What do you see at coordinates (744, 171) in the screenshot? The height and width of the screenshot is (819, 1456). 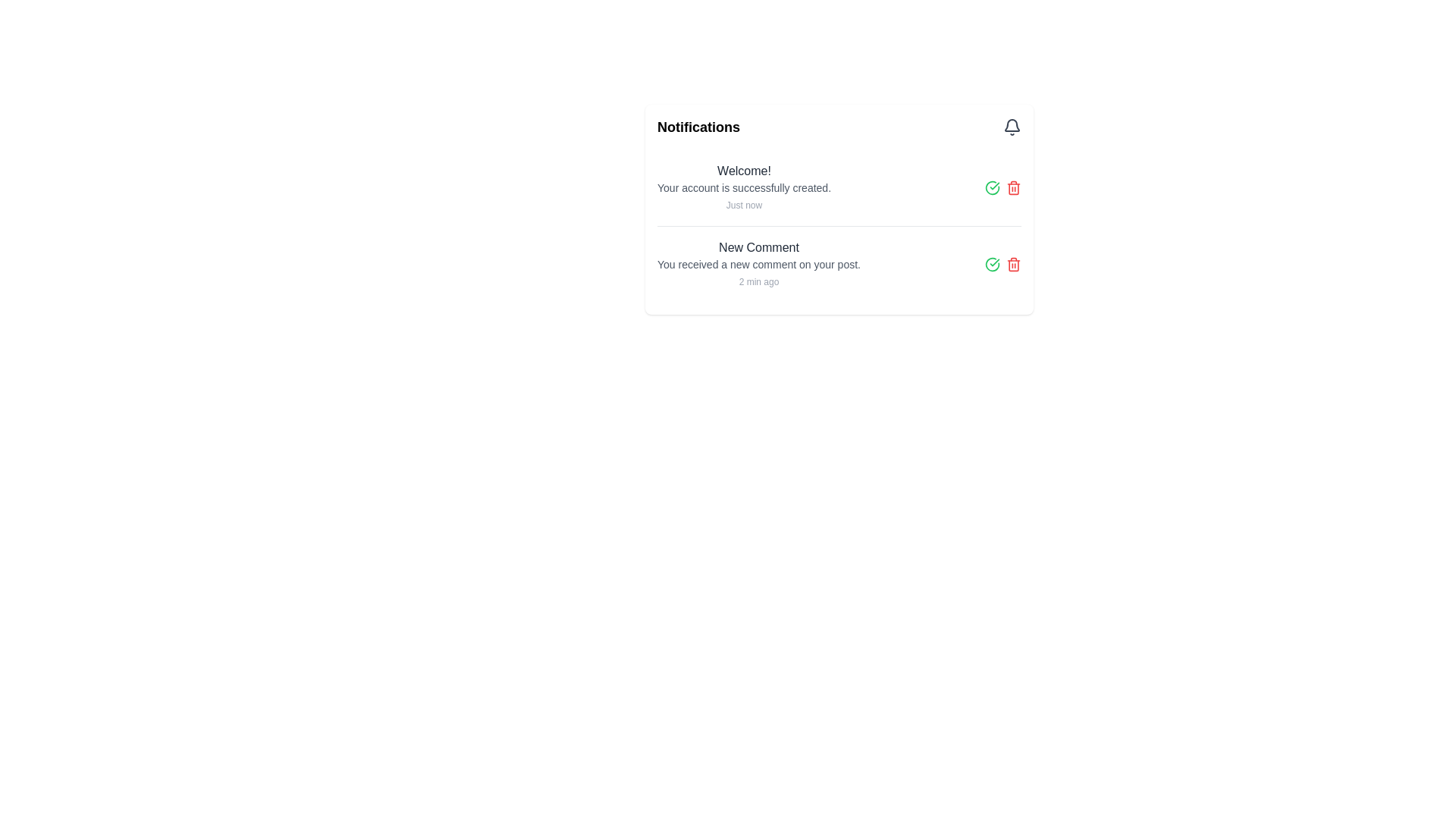 I see `the text element saying 'Welcome!' which is styled with a medium-weight, gray font and serves as the heading in the notification panel` at bounding box center [744, 171].